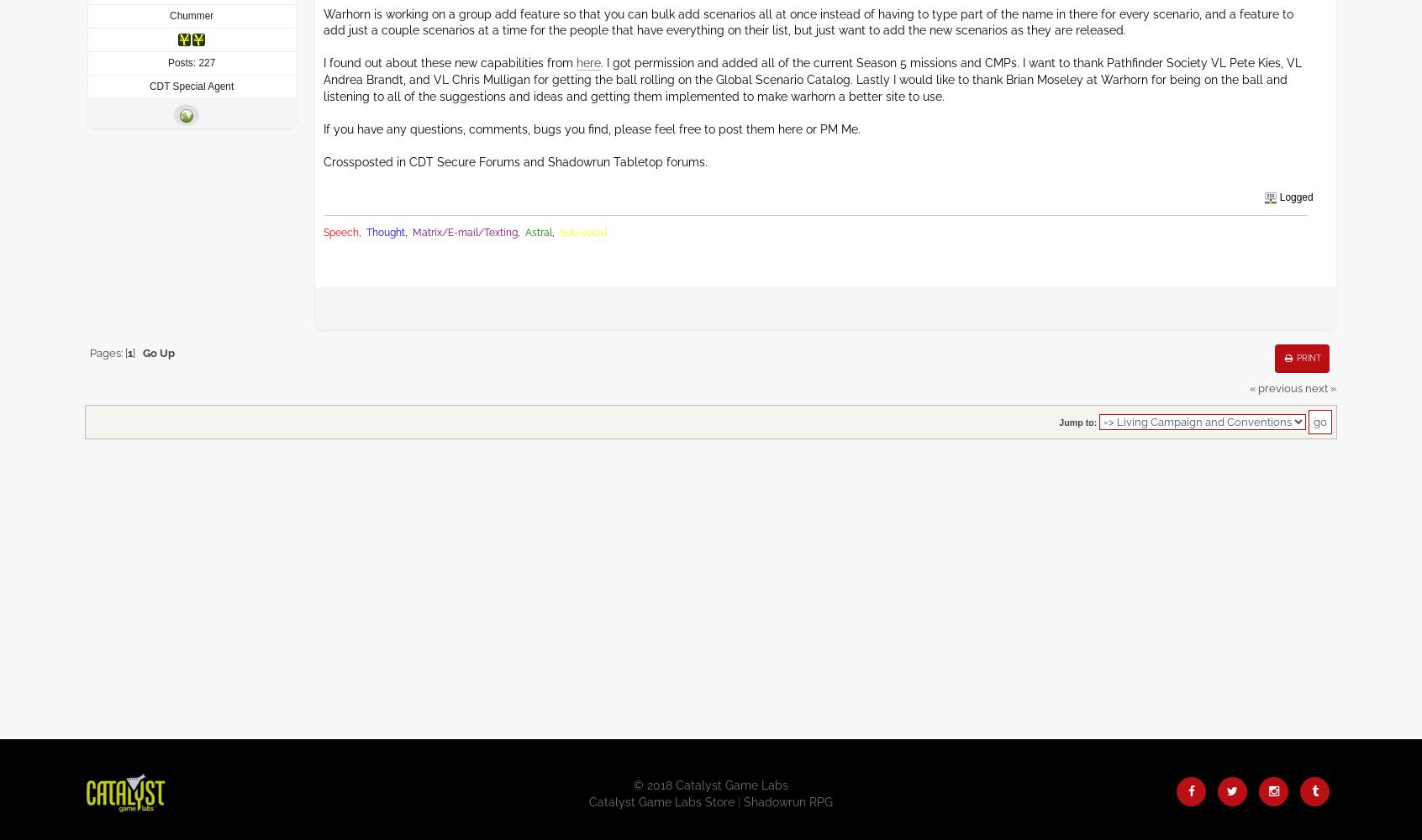 Image resolution: width=1422 pixels, height=840 pixels. Describe the element at coordinates (129, 353) in the screenshot. I see `'1'` at that location.